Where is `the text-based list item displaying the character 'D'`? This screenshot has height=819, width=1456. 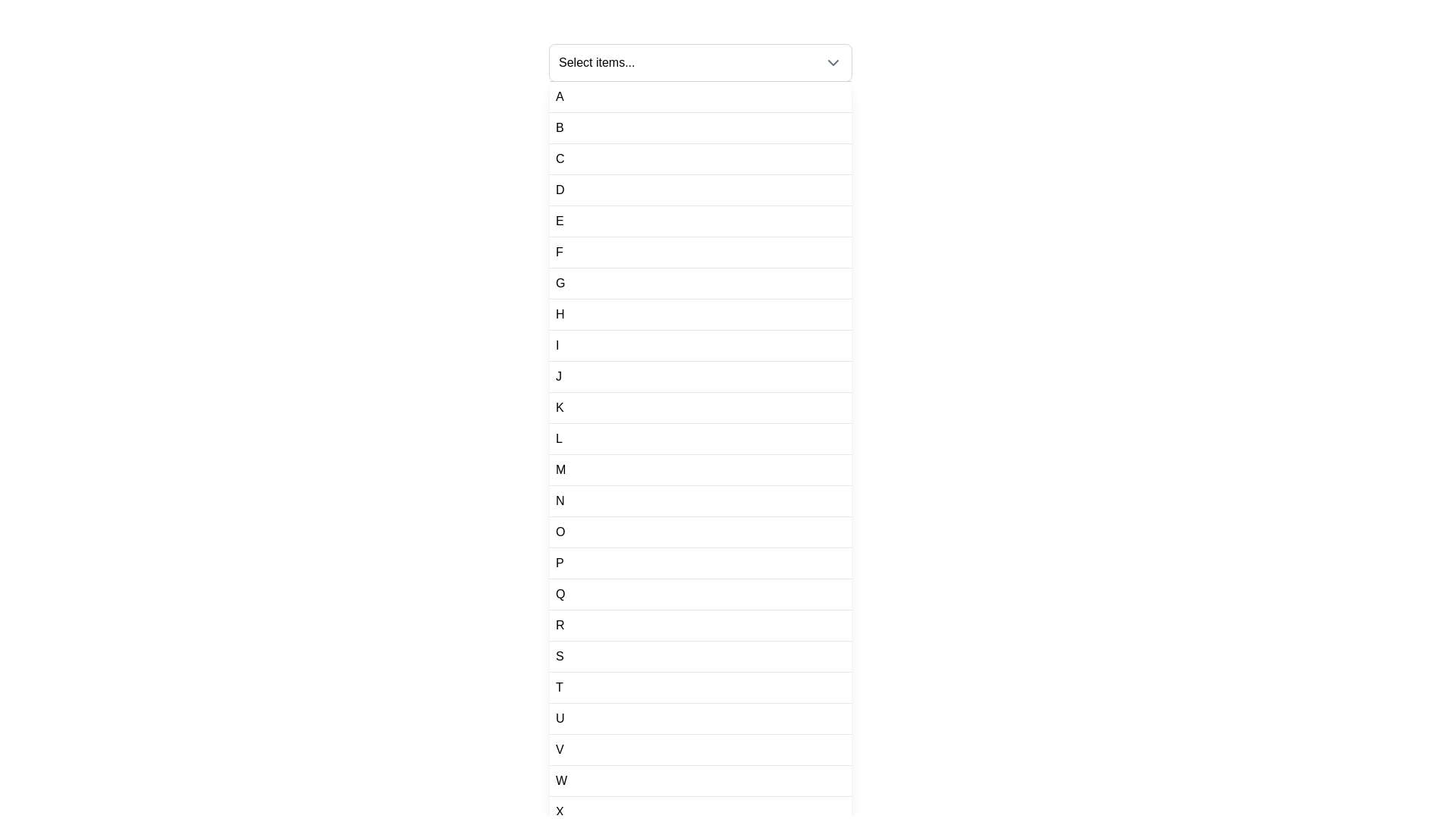 the text-based list item displaying the character 'D' is located at coordinates (559, 189).